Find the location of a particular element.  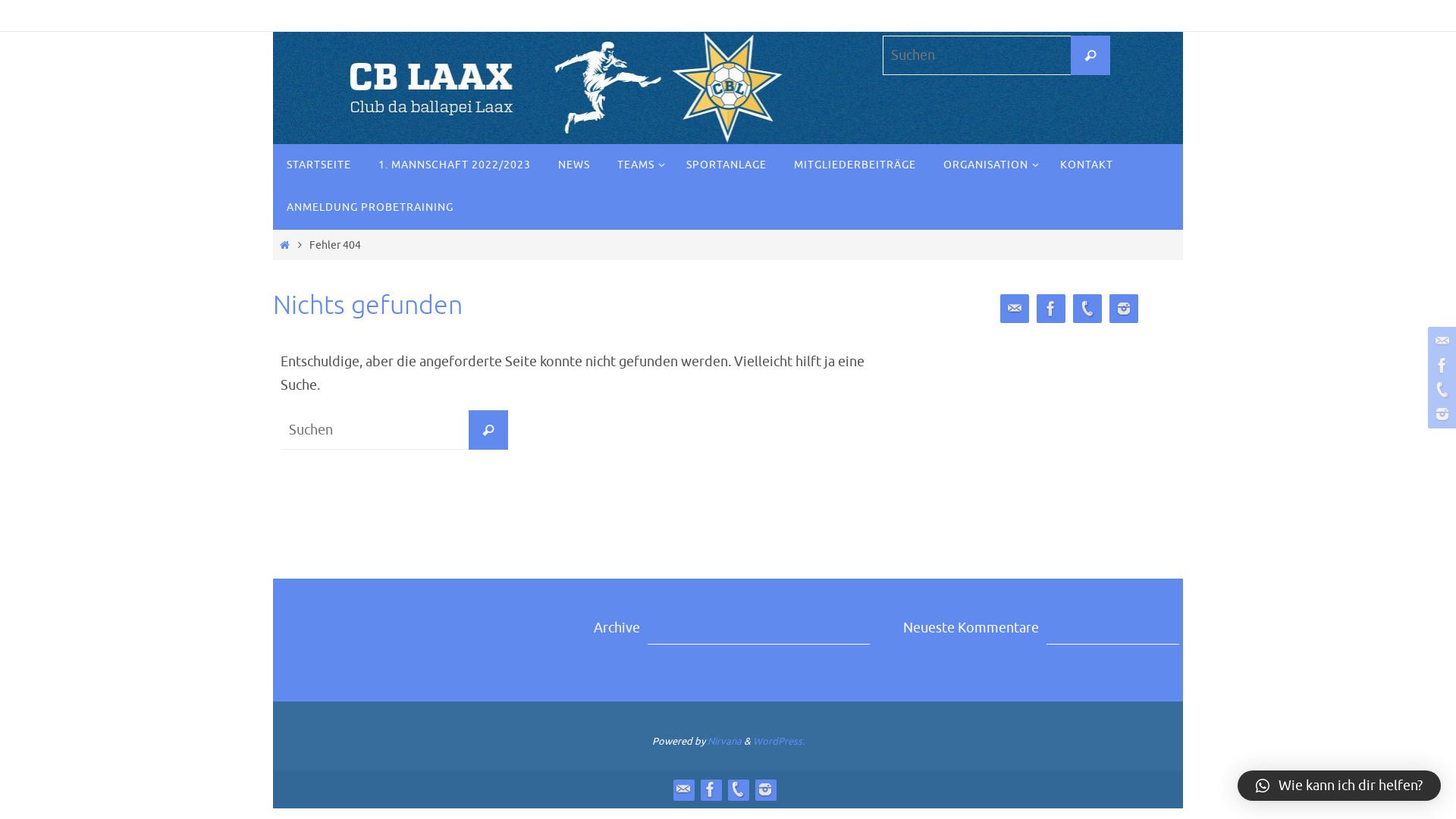

'ORGANISATION' is located at coordinates (928, 165).